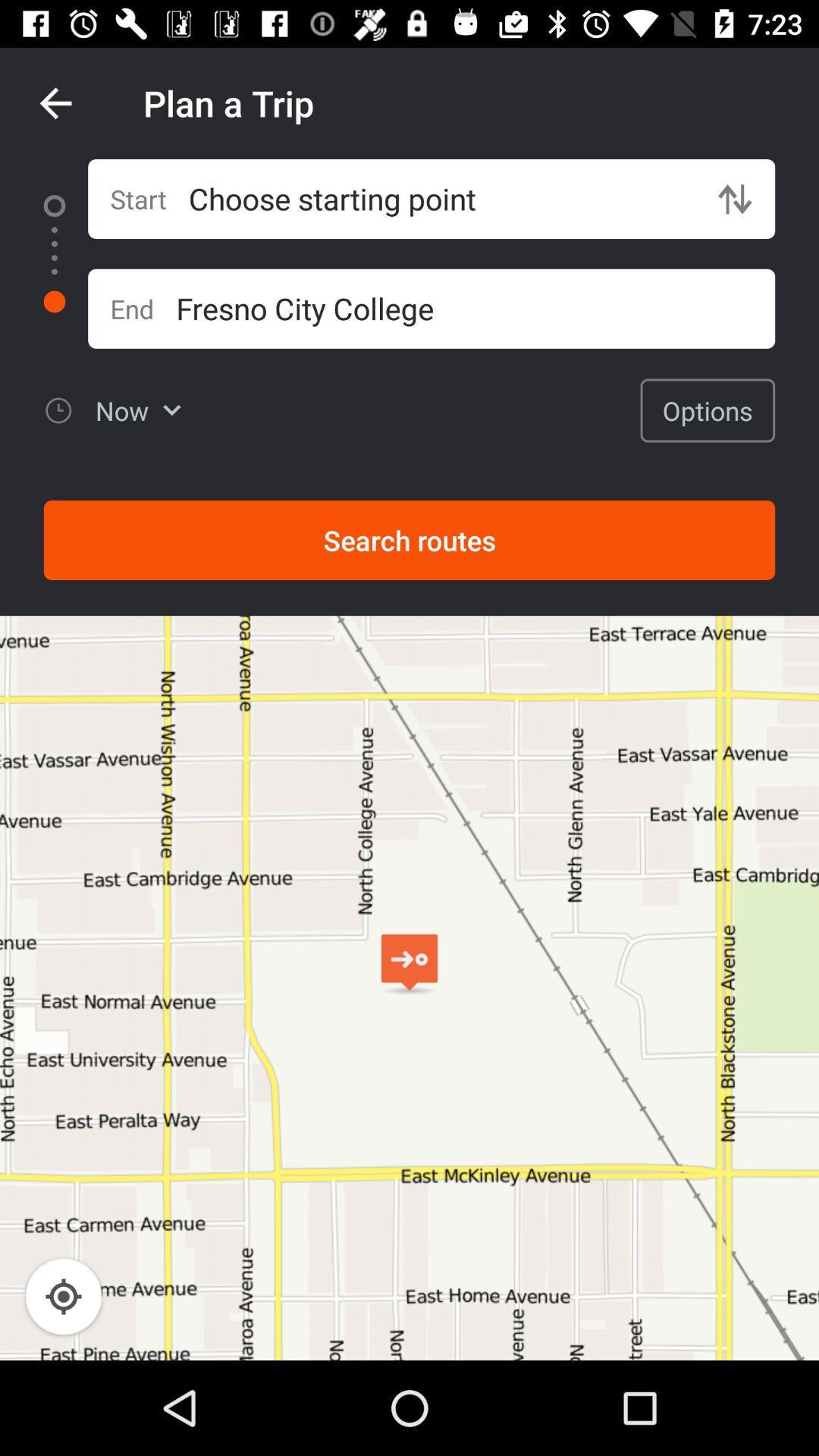 The width and height of the screenshot is (819, 1456). What do you see at coordinates (63, 1295) in the screenshot?
I see `the icon at the bottom left corner` at bounding box center [63, 1295].